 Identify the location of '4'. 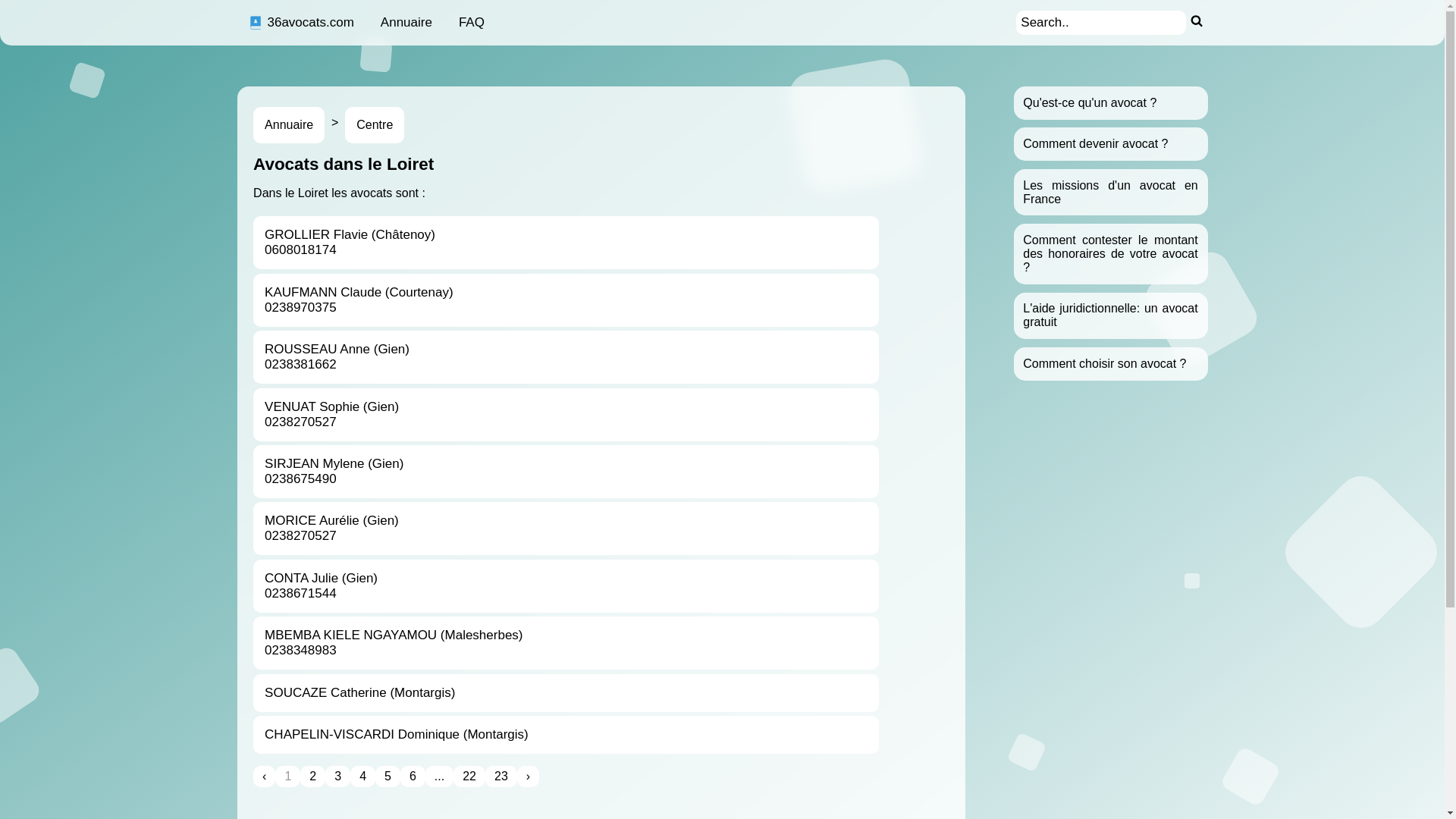
(362, 776).